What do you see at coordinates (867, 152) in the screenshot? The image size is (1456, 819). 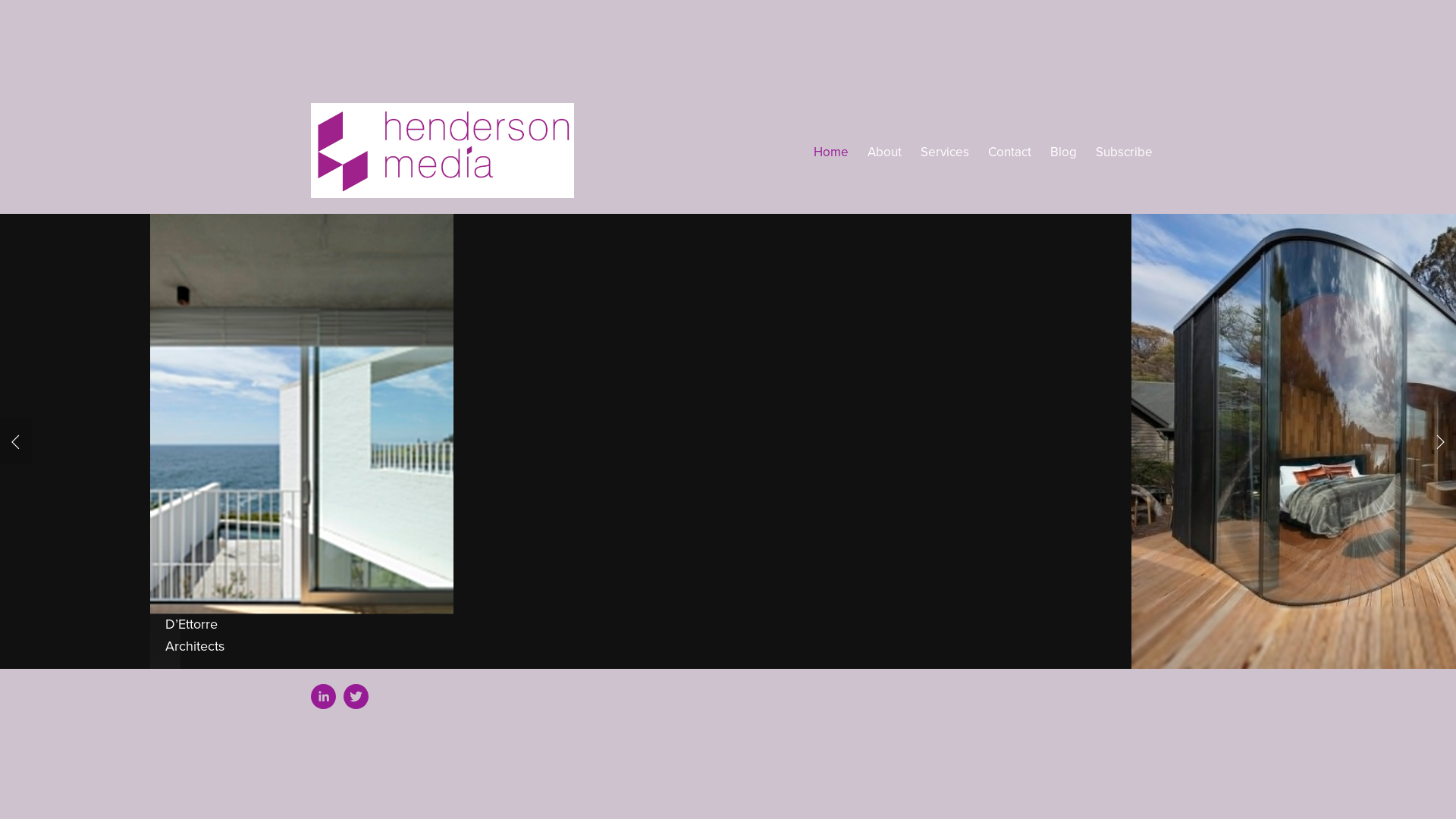 I see `'About'` at bounding box center [867, 152].